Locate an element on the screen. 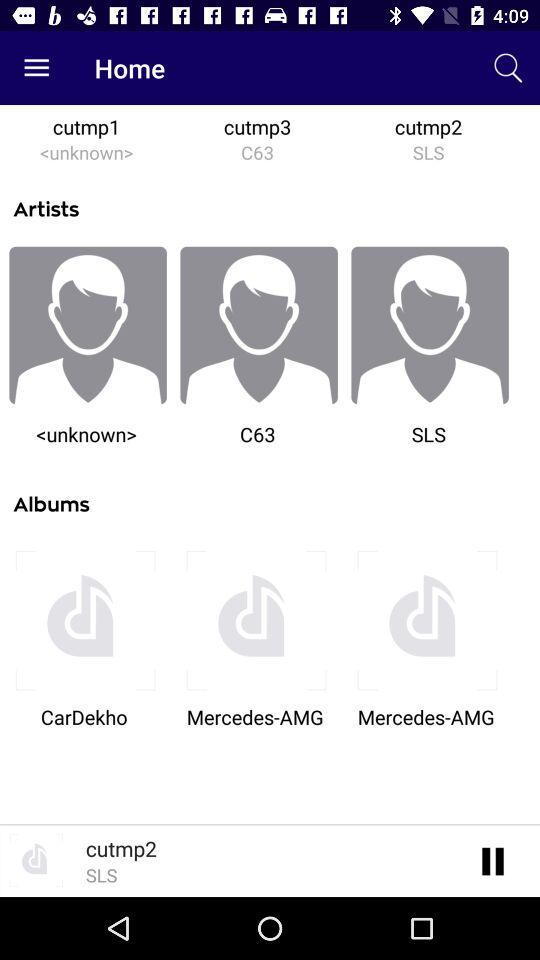 The width and height of the screenshot is (540, 960). the pause icon is located at coordinates (492, 859).